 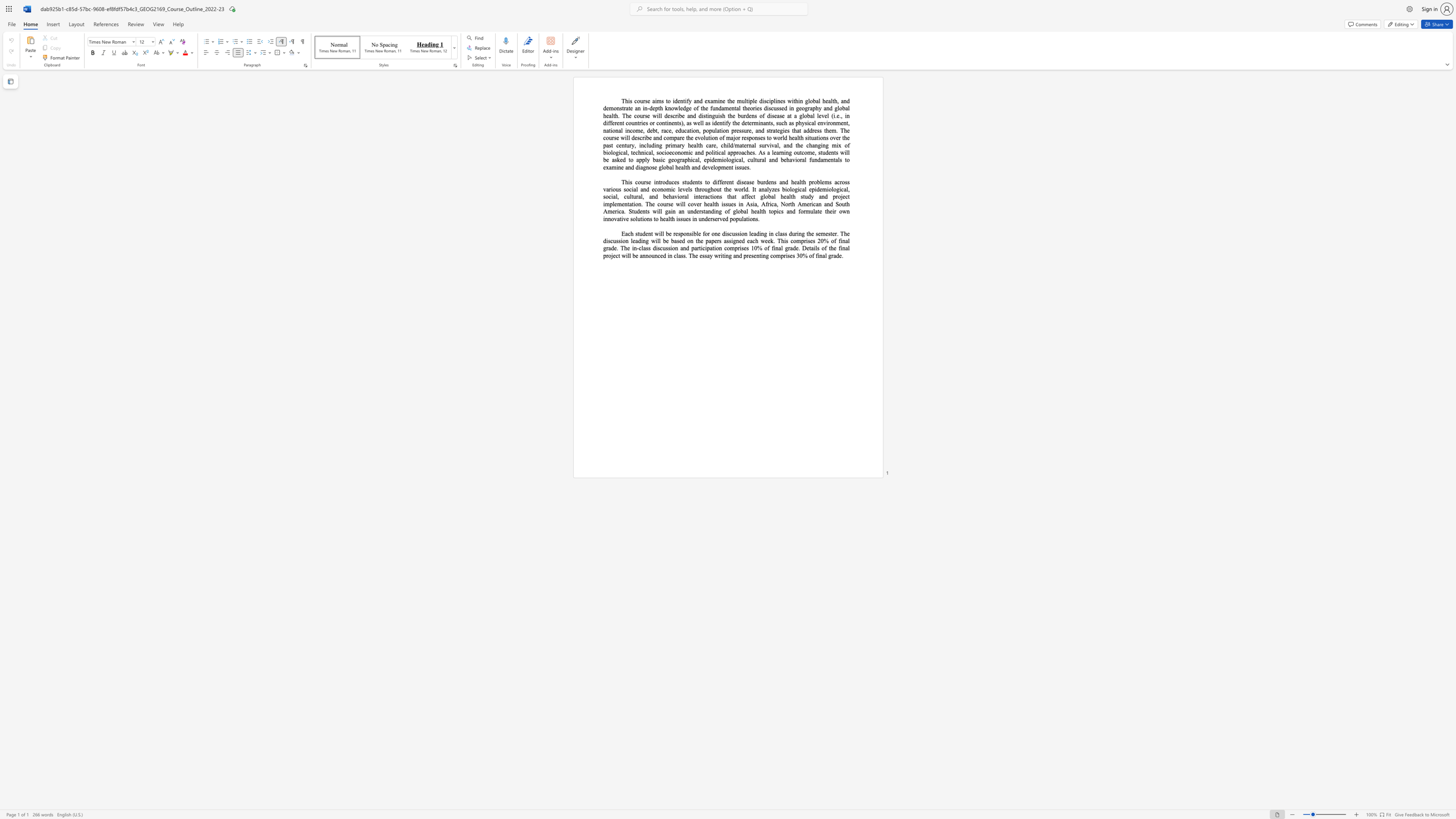 I want to click on the 31th character "a" in the text, so click(x=680, y=211).